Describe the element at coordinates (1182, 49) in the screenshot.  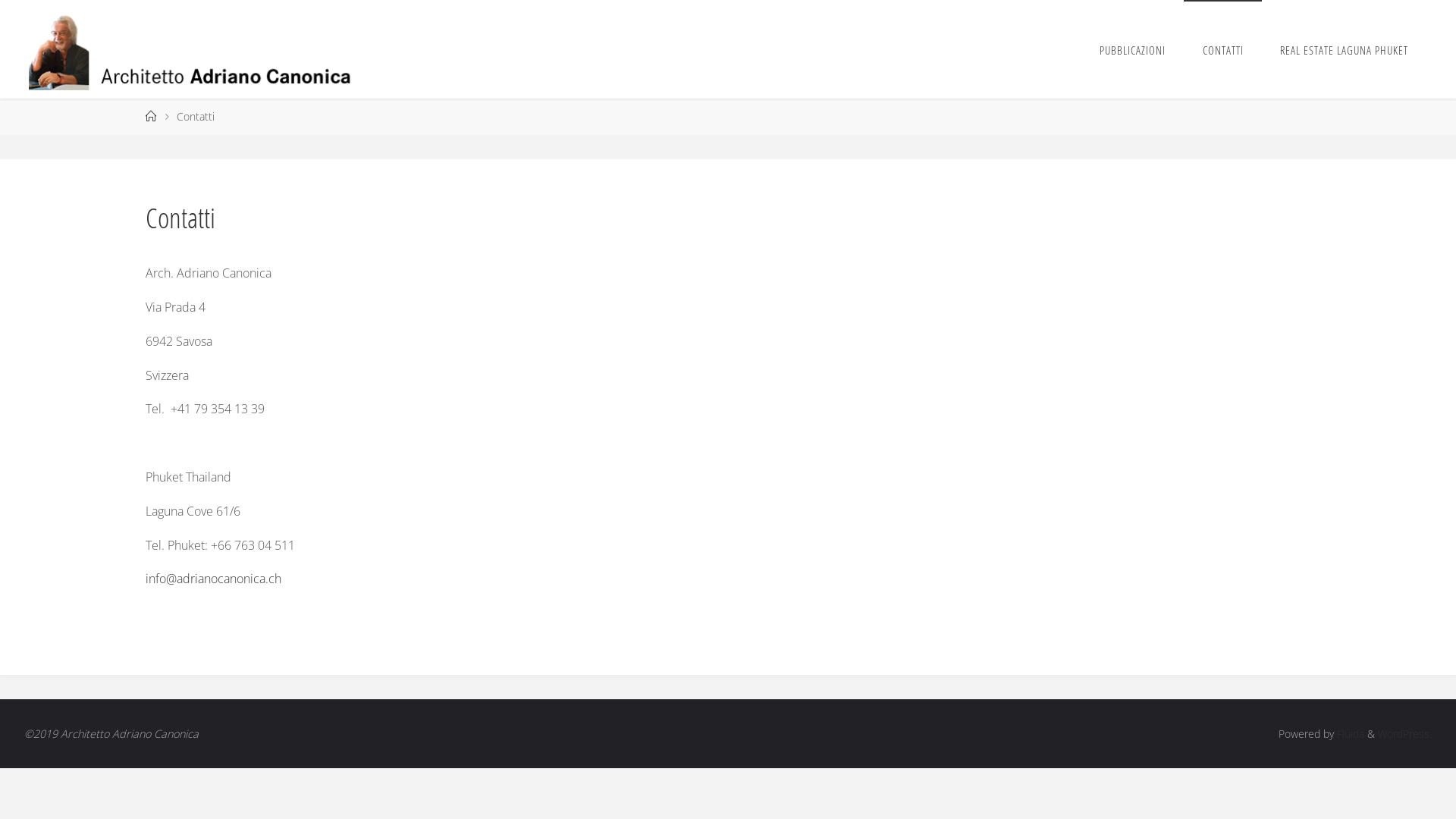
I see `'CONTATTI'` at that location.